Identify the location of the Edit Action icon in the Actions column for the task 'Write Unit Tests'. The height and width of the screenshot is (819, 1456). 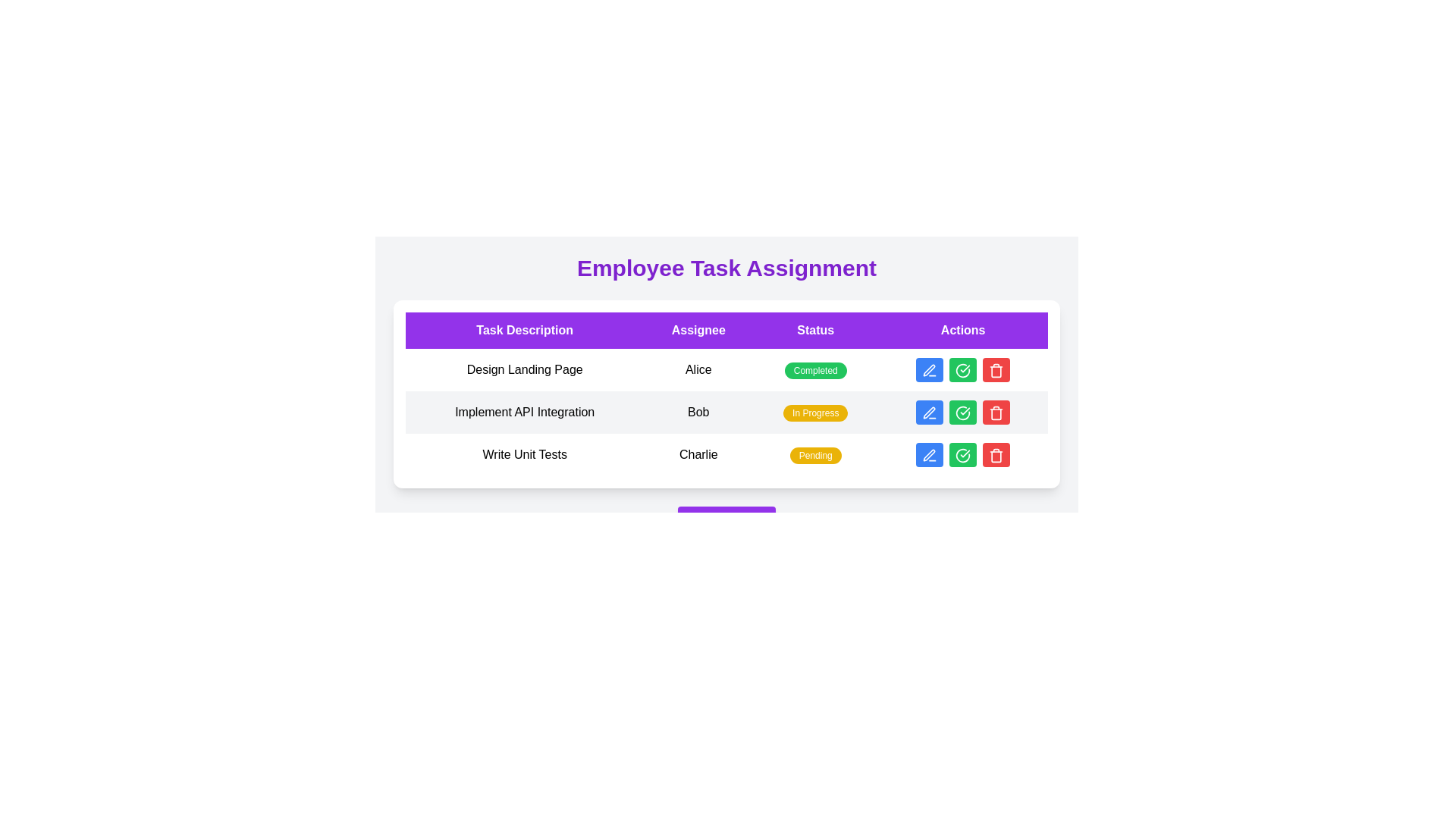
(928, 454).